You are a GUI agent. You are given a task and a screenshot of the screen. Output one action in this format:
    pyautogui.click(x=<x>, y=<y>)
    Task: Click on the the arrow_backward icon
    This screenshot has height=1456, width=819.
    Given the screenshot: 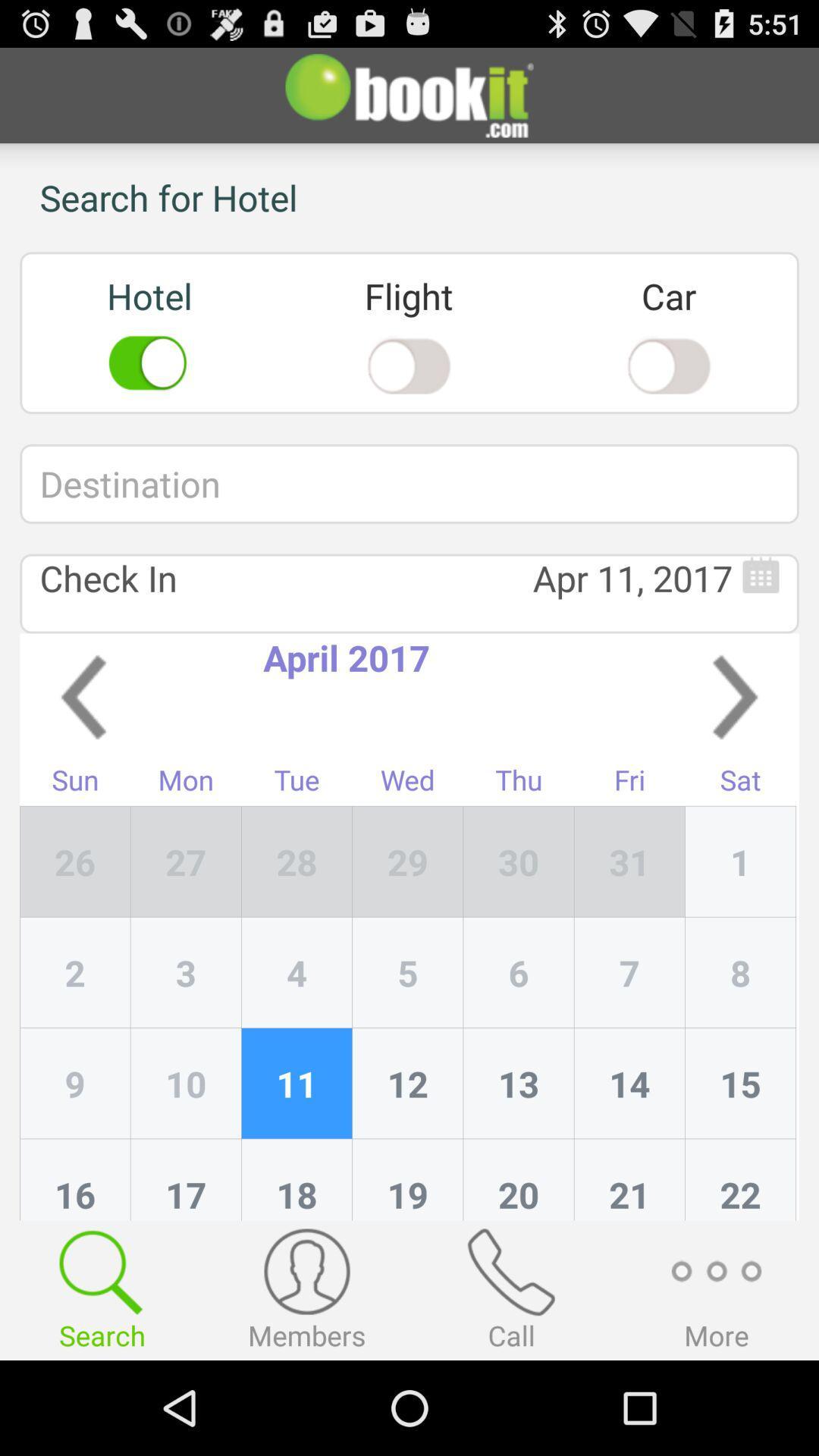 What is the action you would take?
    pyautogui.click(x=83, y=745)
    